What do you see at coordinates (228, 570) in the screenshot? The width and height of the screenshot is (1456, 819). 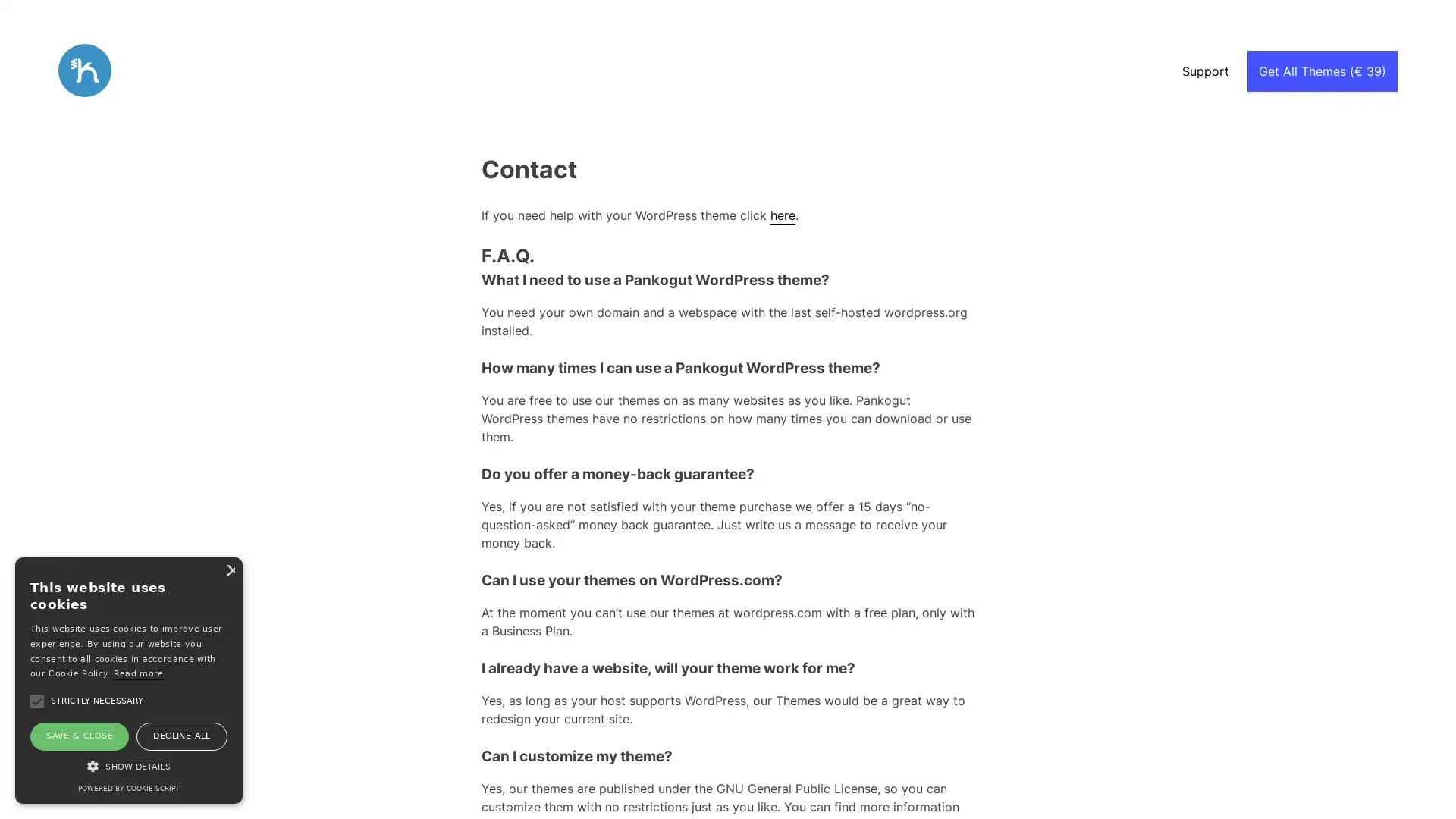 I see `Close` at bounding box center [228, 570].